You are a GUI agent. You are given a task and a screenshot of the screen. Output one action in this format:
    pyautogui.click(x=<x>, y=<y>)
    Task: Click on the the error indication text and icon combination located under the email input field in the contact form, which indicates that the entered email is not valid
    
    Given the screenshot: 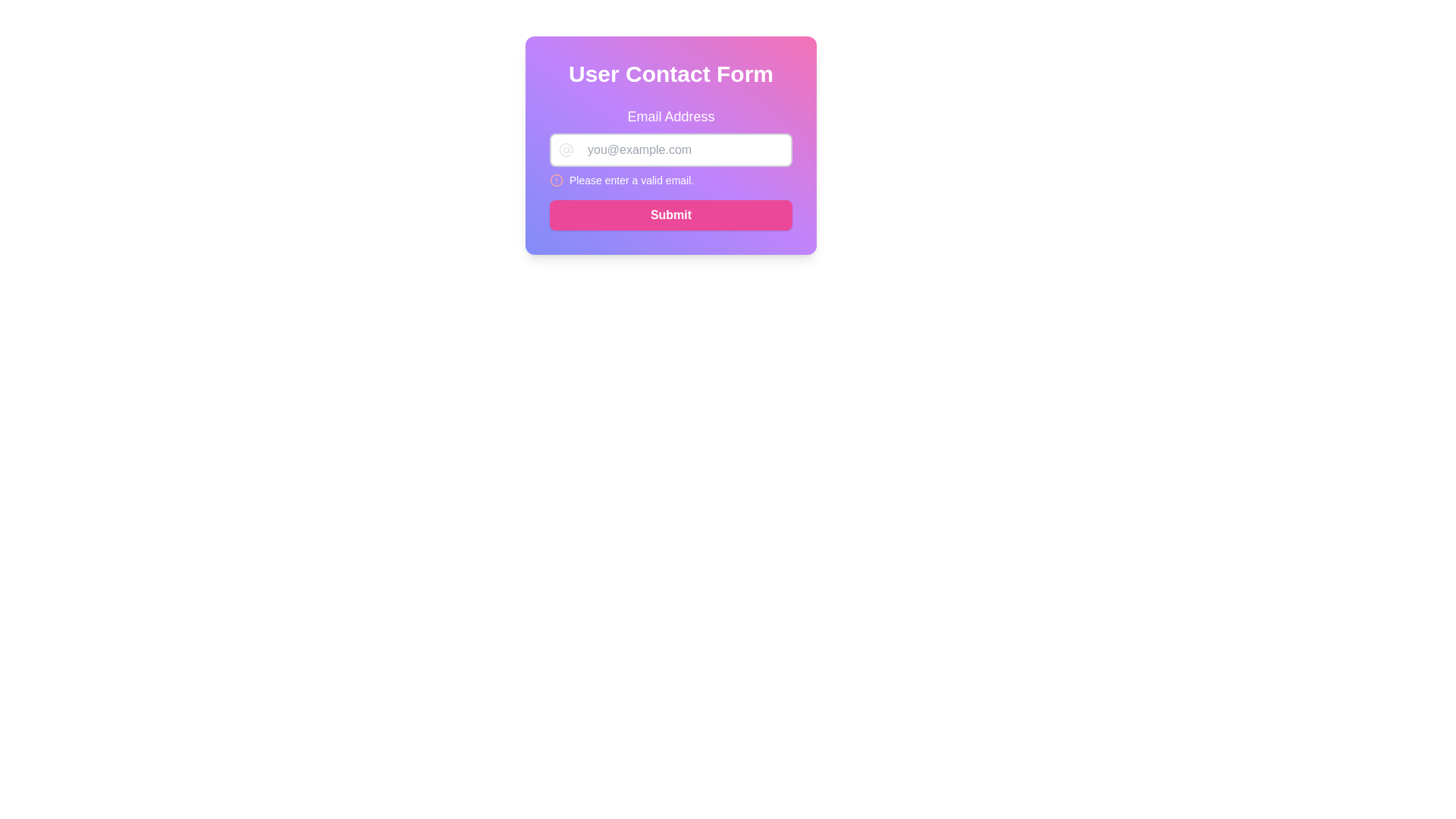 What is the action you would take?
    pyautogui.click(x=670, y=180)
    